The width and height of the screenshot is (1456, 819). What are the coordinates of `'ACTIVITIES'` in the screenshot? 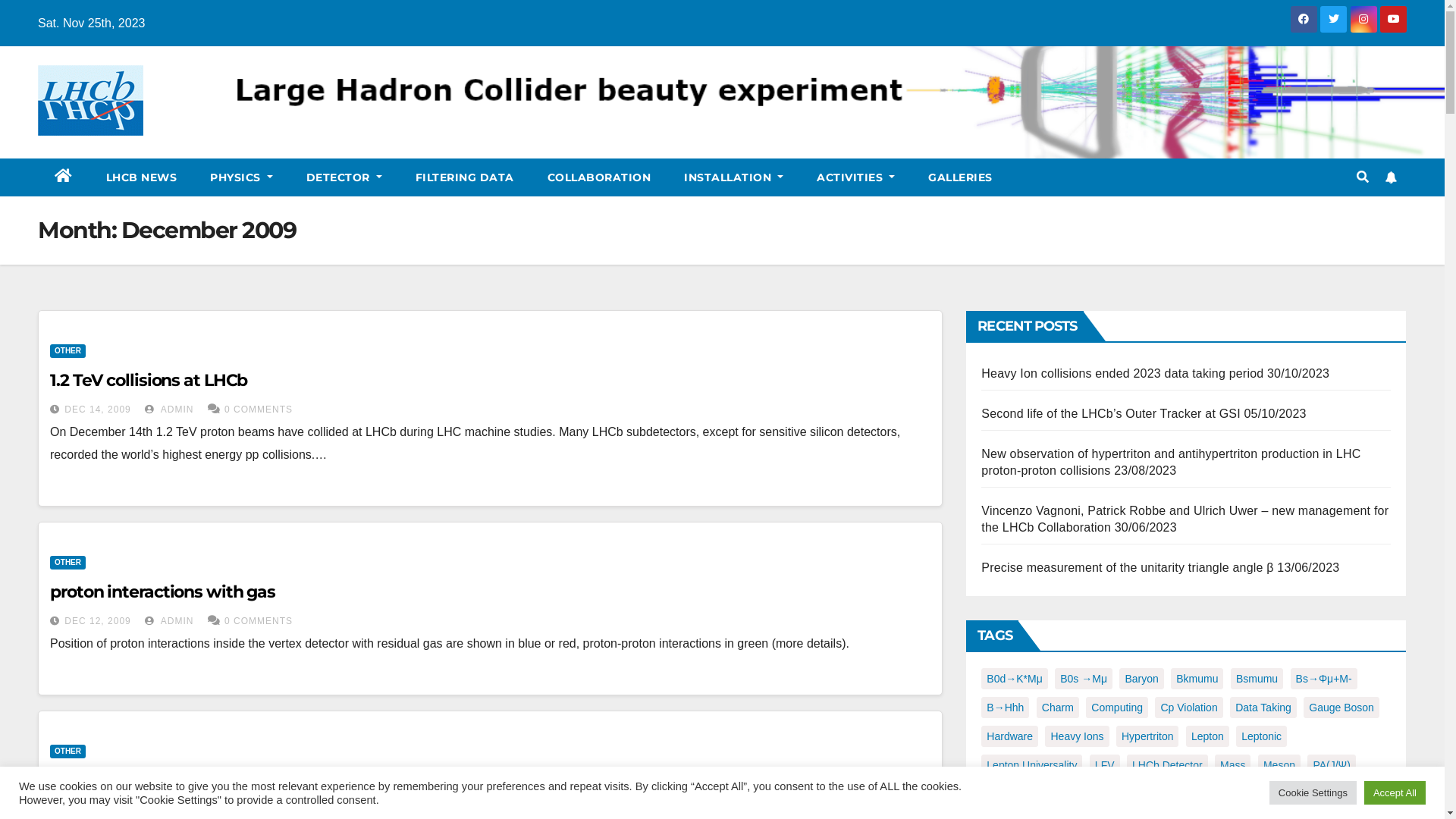 It's located at (855, 177).